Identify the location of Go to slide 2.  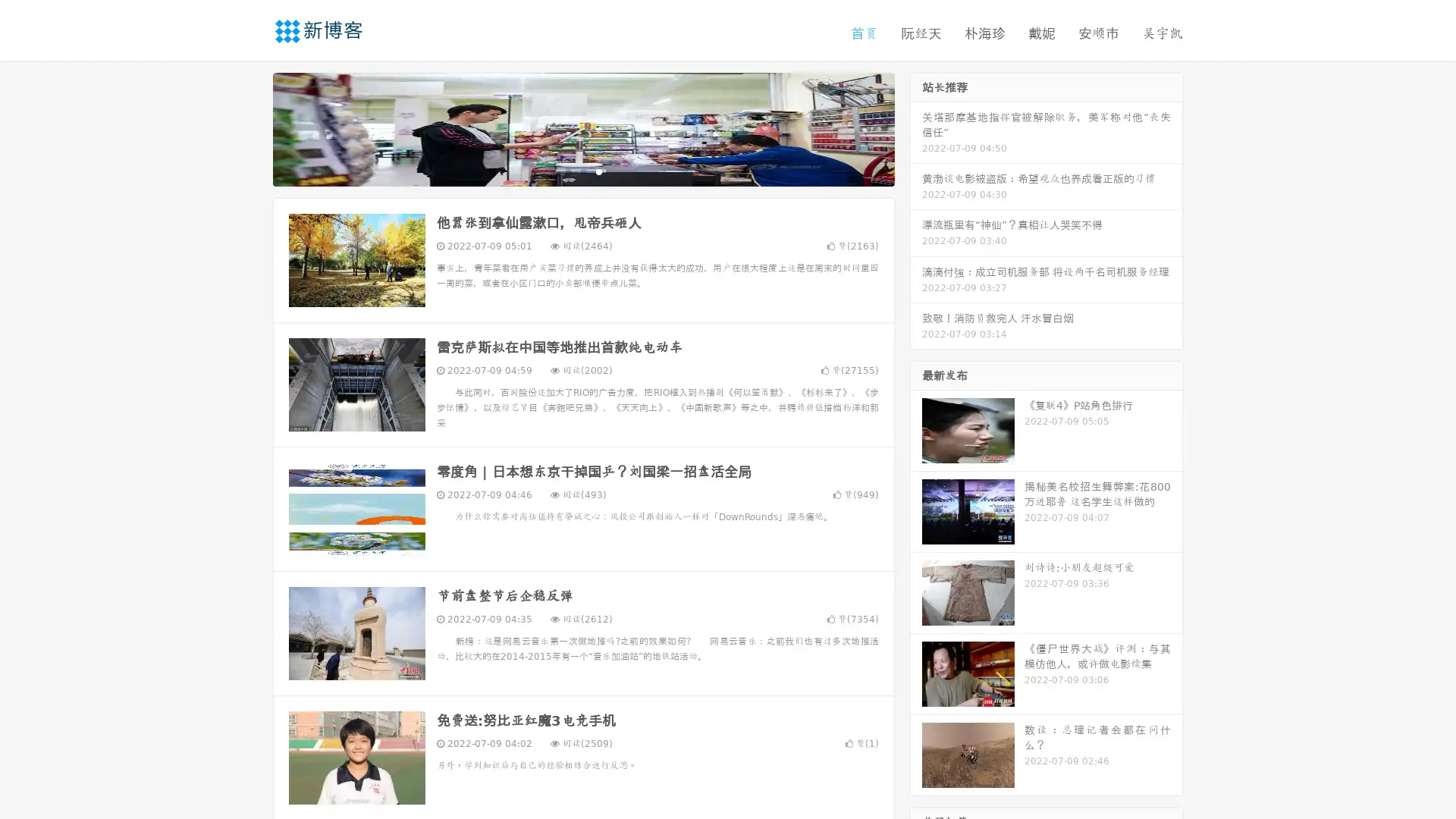
(582, 171).